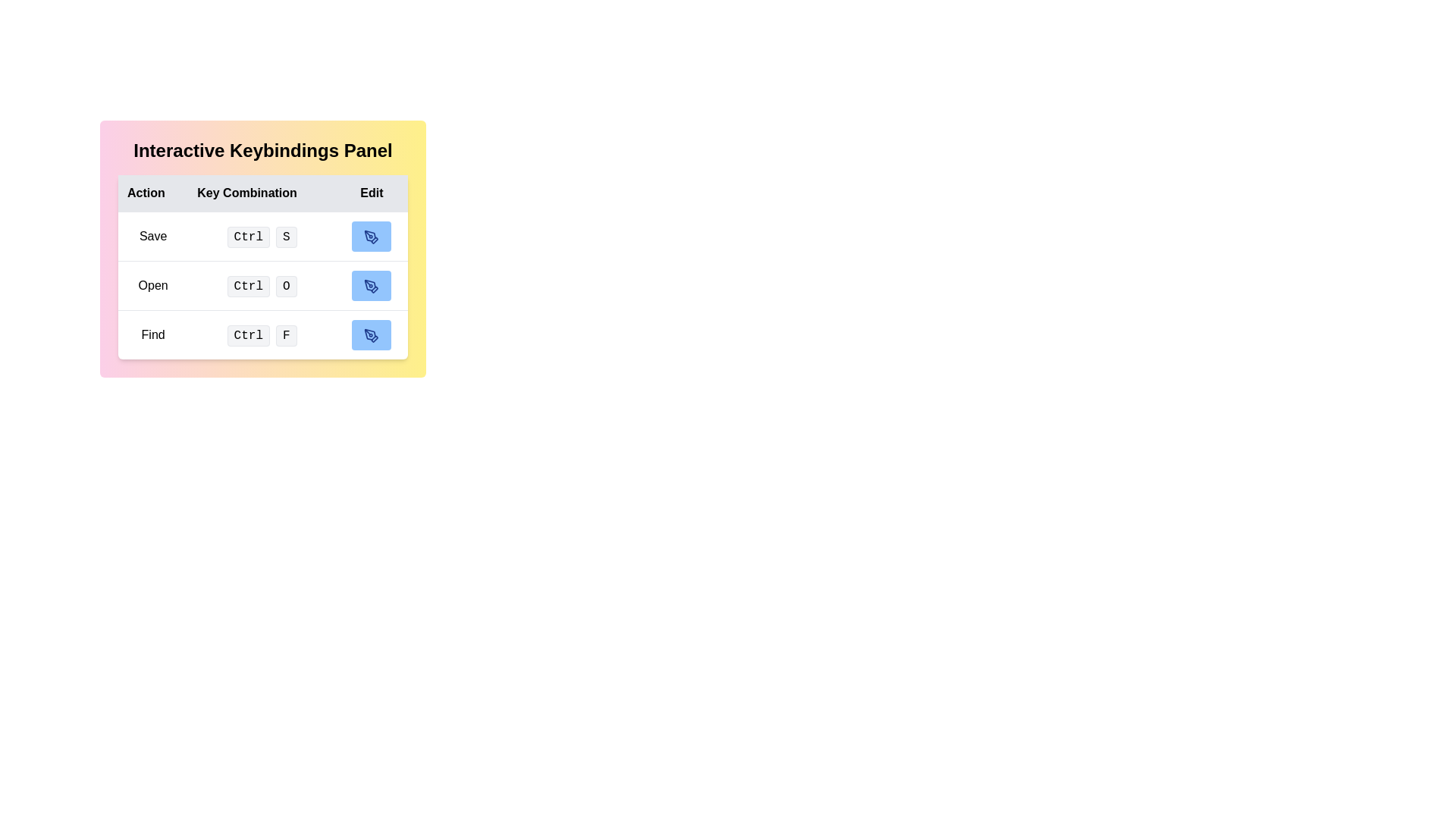  Describe the element at coordinates (372, 334) in the screenshot. I see `the blue rectangular button with rounded corners in the 'Edit' column of the 'Find' row` at that location.